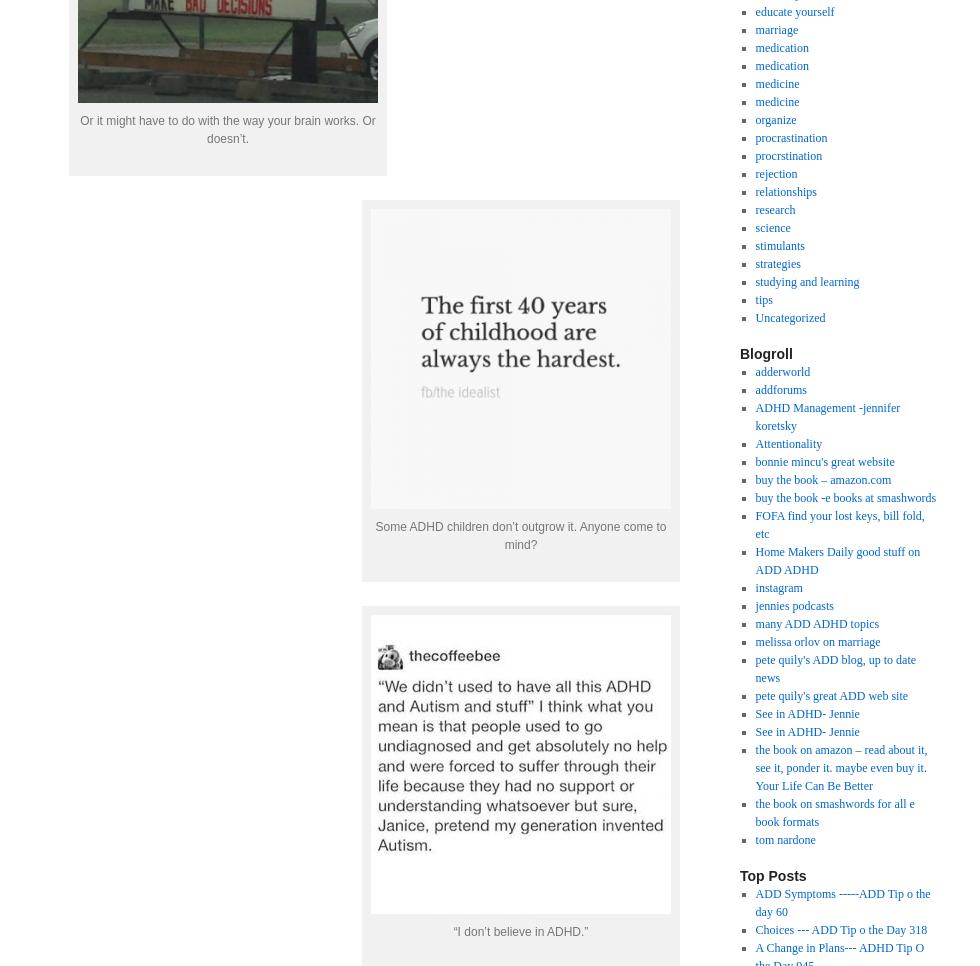 This screenshot has height=966, width=980. Describe the element at coordinates (845, 496) in the screenshot. I see `'buy the book -e books at smashwords'` at that location.